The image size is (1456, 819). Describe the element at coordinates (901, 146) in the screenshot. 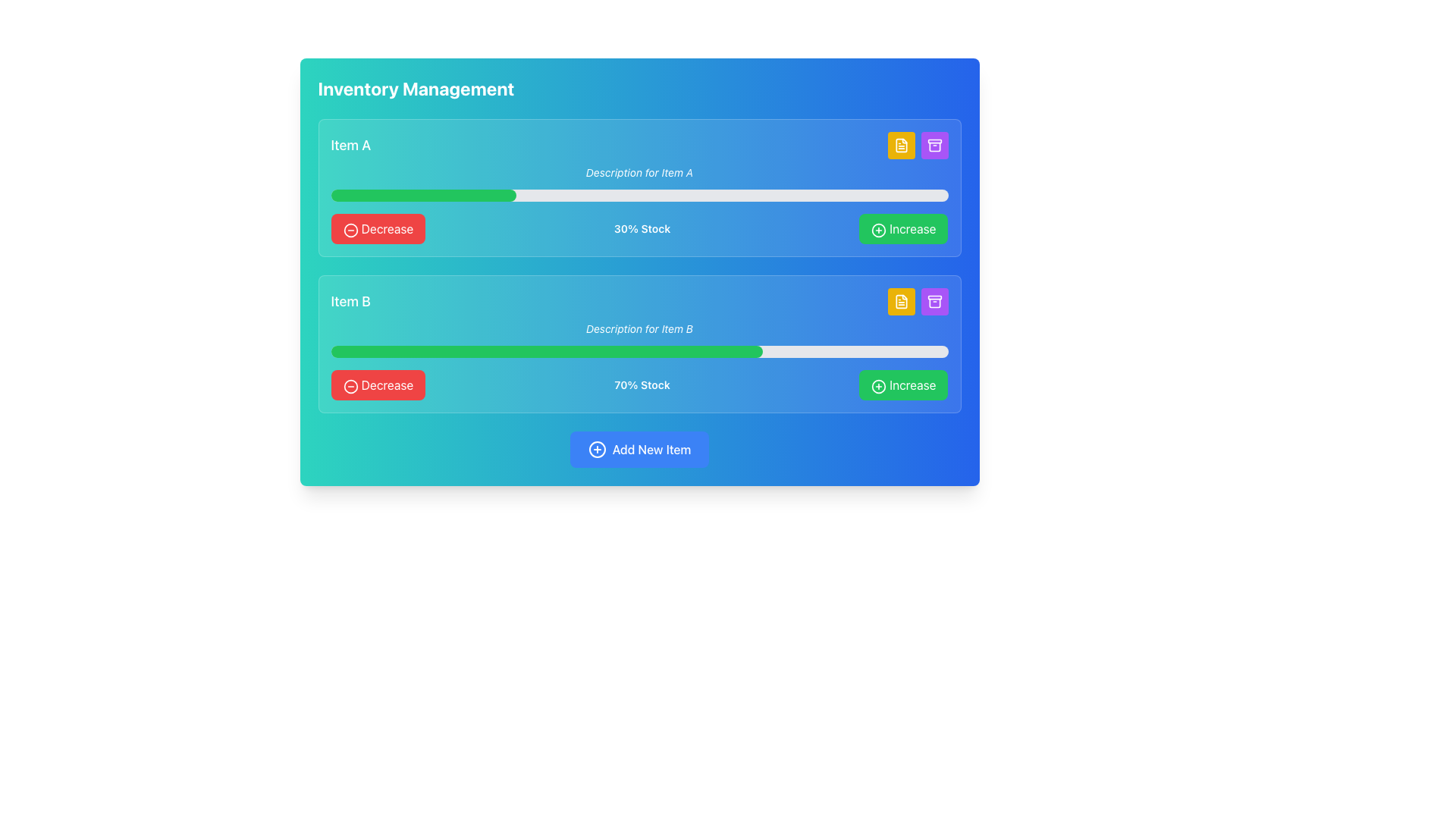

I see `the icon representing a file-related action located in the top-right corner of the 'Item A' section, which is within a yellow square button among a group of action buttons` at that location.